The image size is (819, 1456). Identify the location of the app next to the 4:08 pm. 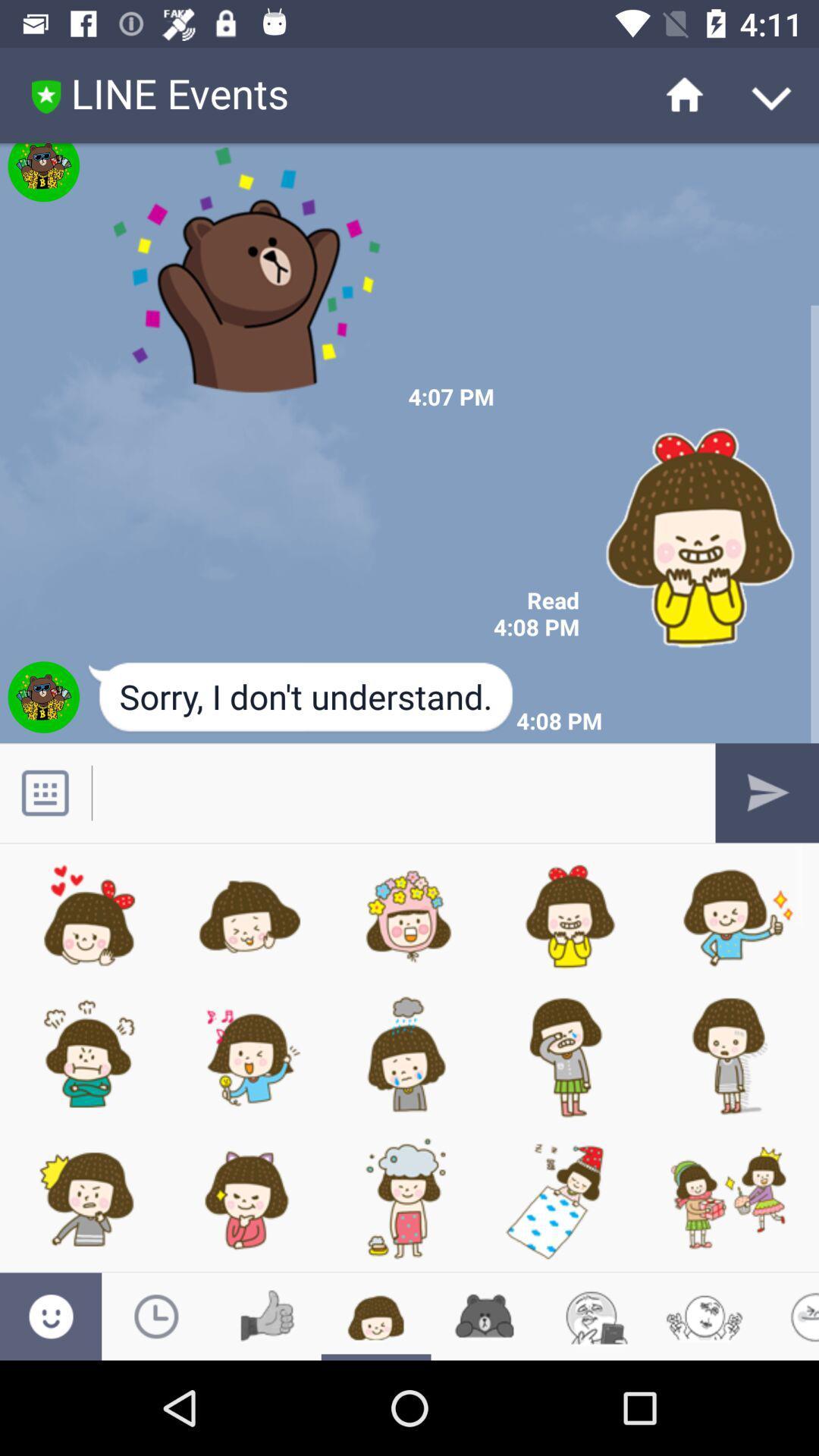
(302, 698).